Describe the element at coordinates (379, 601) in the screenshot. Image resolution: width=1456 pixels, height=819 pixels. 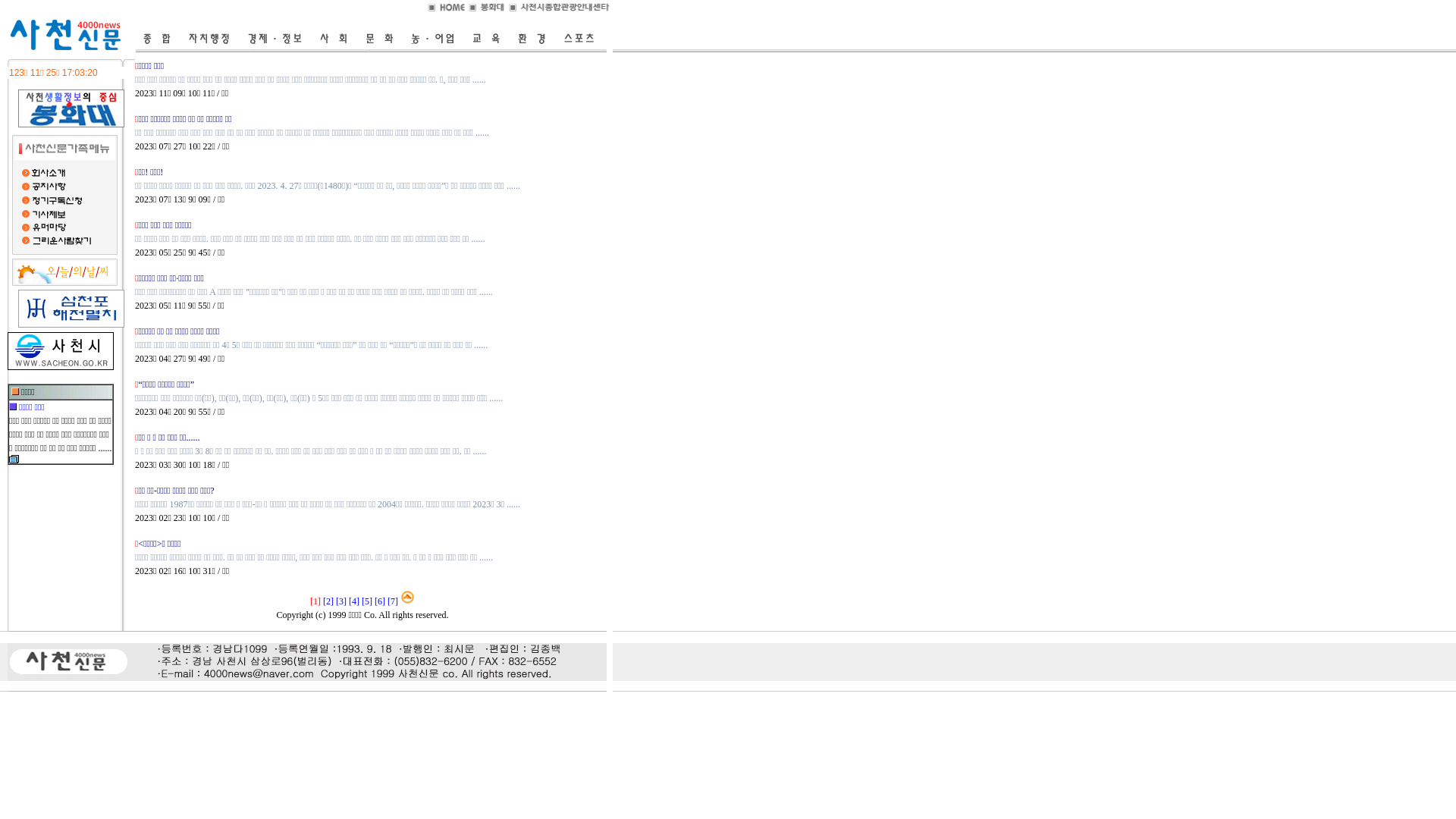
I see `'[6]'` at that location.